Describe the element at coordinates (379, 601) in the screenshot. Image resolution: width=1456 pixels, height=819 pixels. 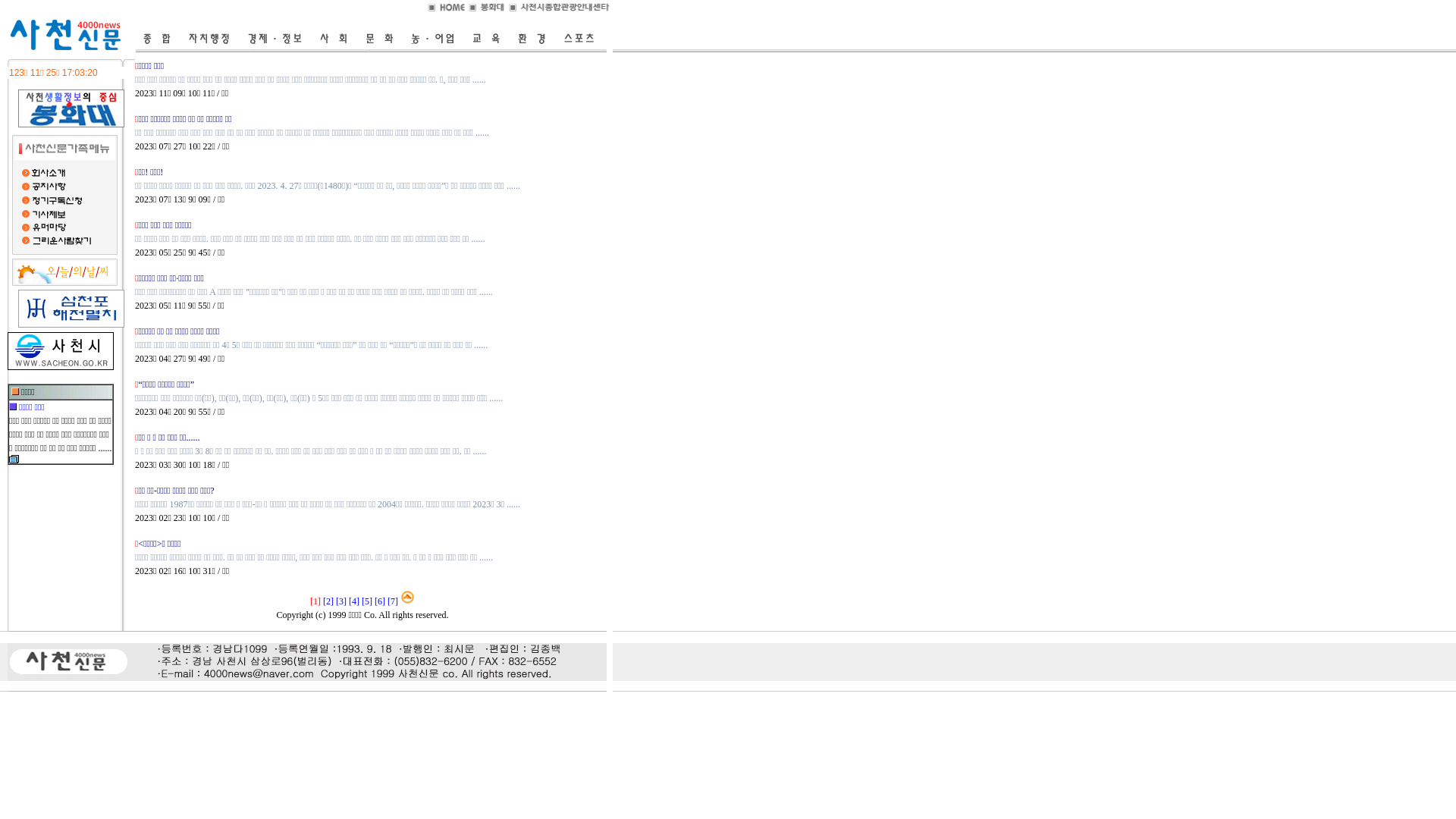
I see `'[6]'` at that location.